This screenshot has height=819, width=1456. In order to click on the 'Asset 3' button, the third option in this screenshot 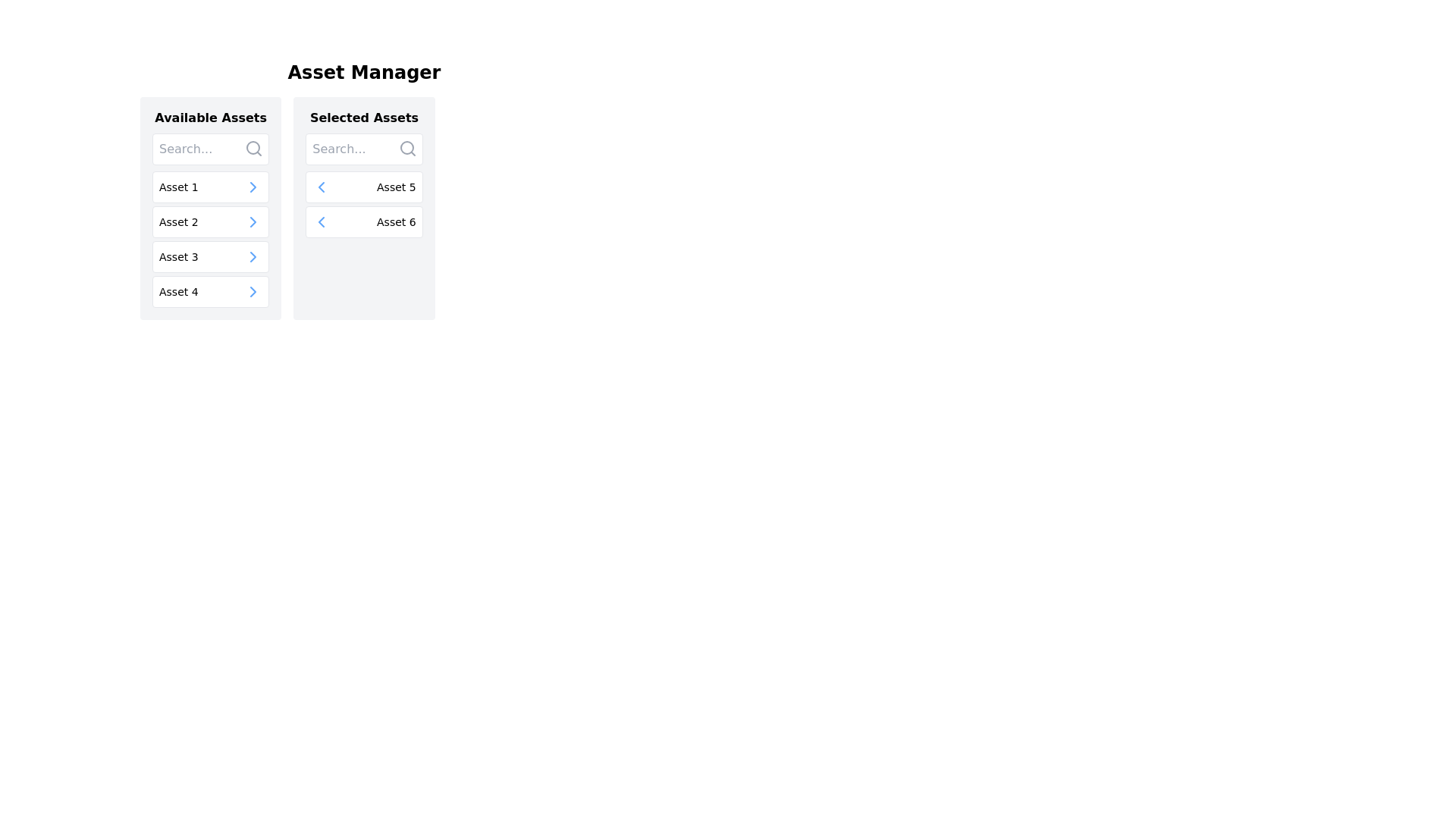, I will do `click(210, 256)`.